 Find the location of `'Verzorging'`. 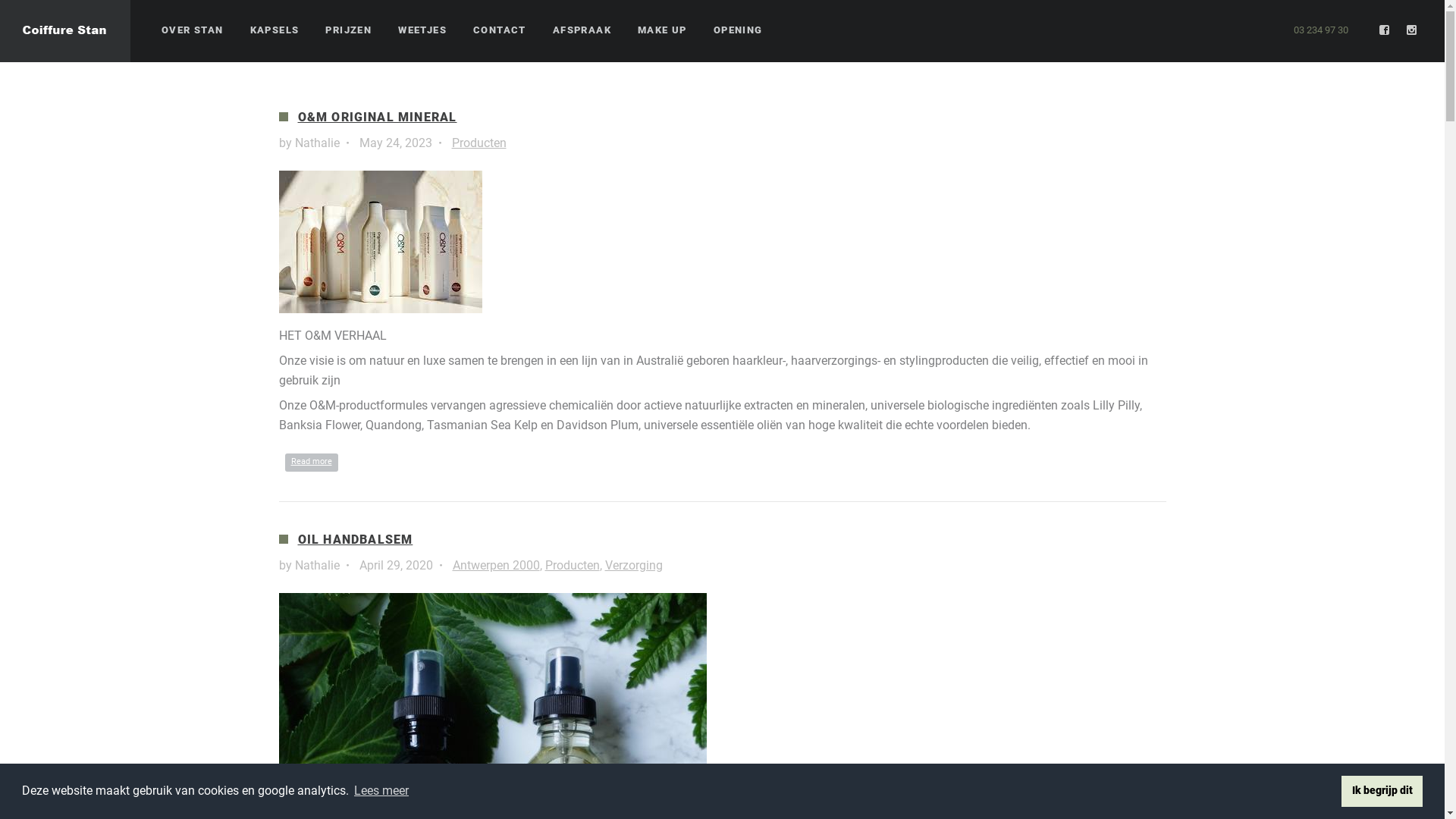

'Verzorging' is located at coordinates (633, 565).